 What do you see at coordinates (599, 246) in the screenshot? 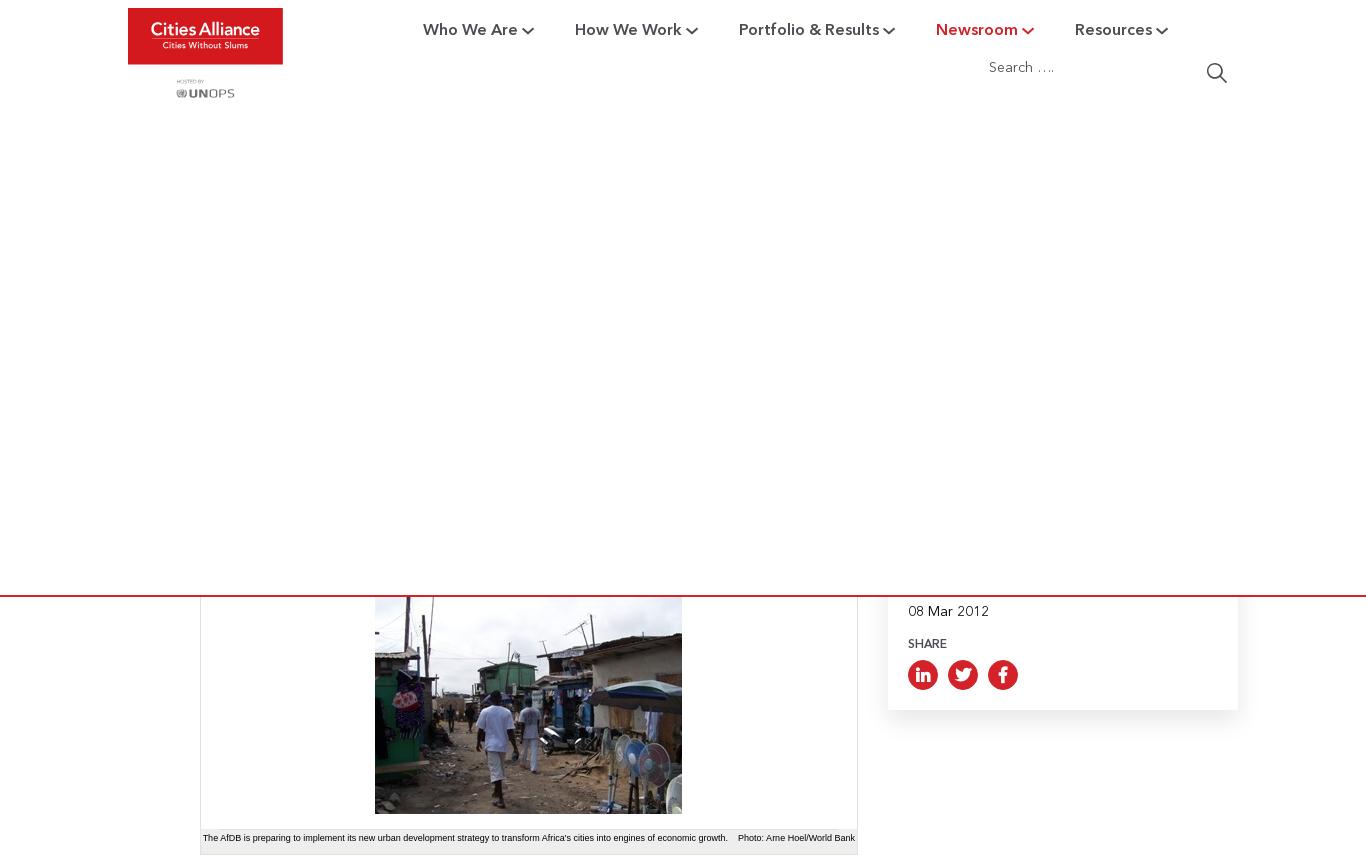
I see `'Cities Alliance Results'` at bounding box center [599, 246].